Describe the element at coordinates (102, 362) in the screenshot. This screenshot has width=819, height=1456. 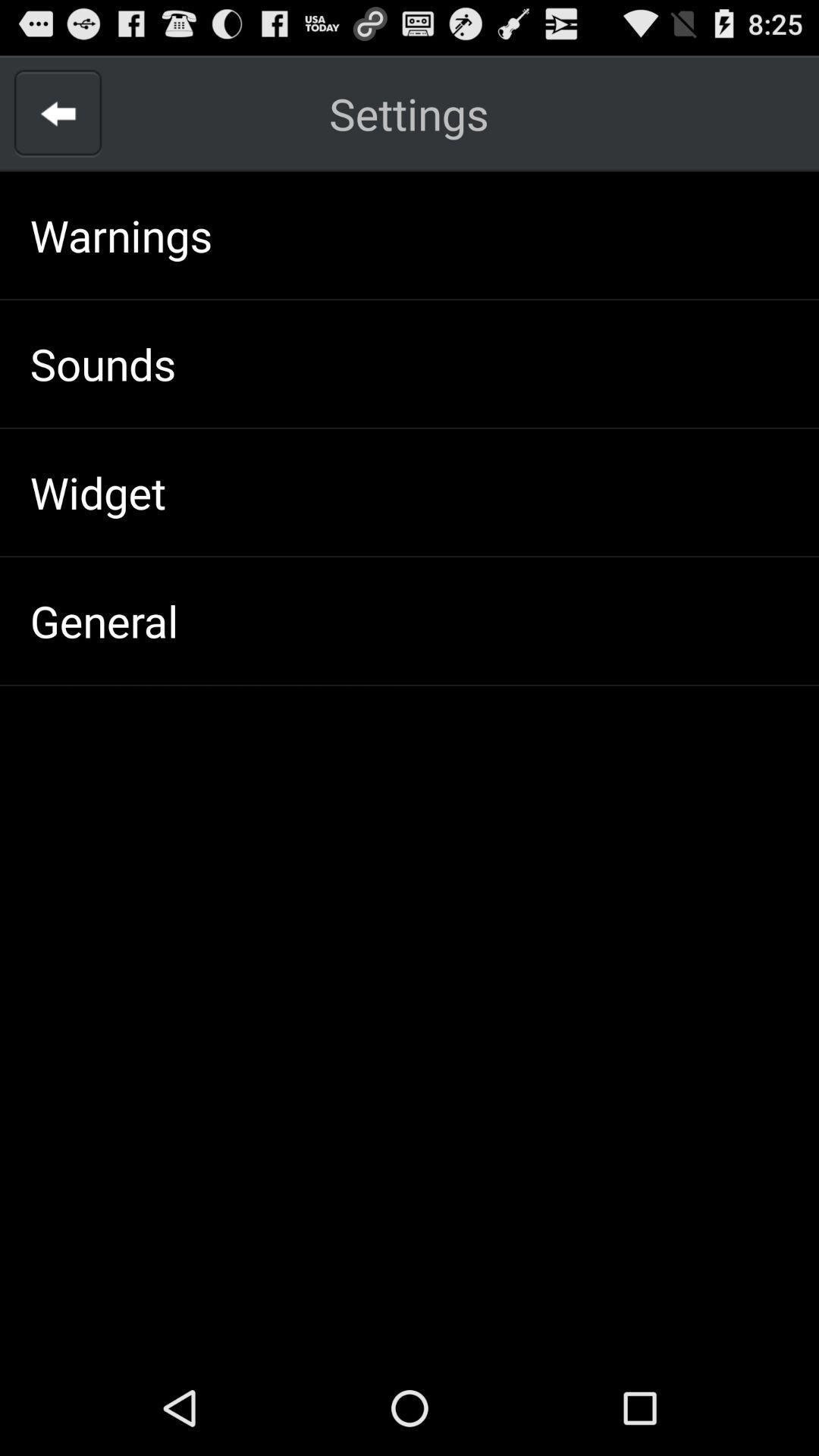
I see `the sounds app` at that location.